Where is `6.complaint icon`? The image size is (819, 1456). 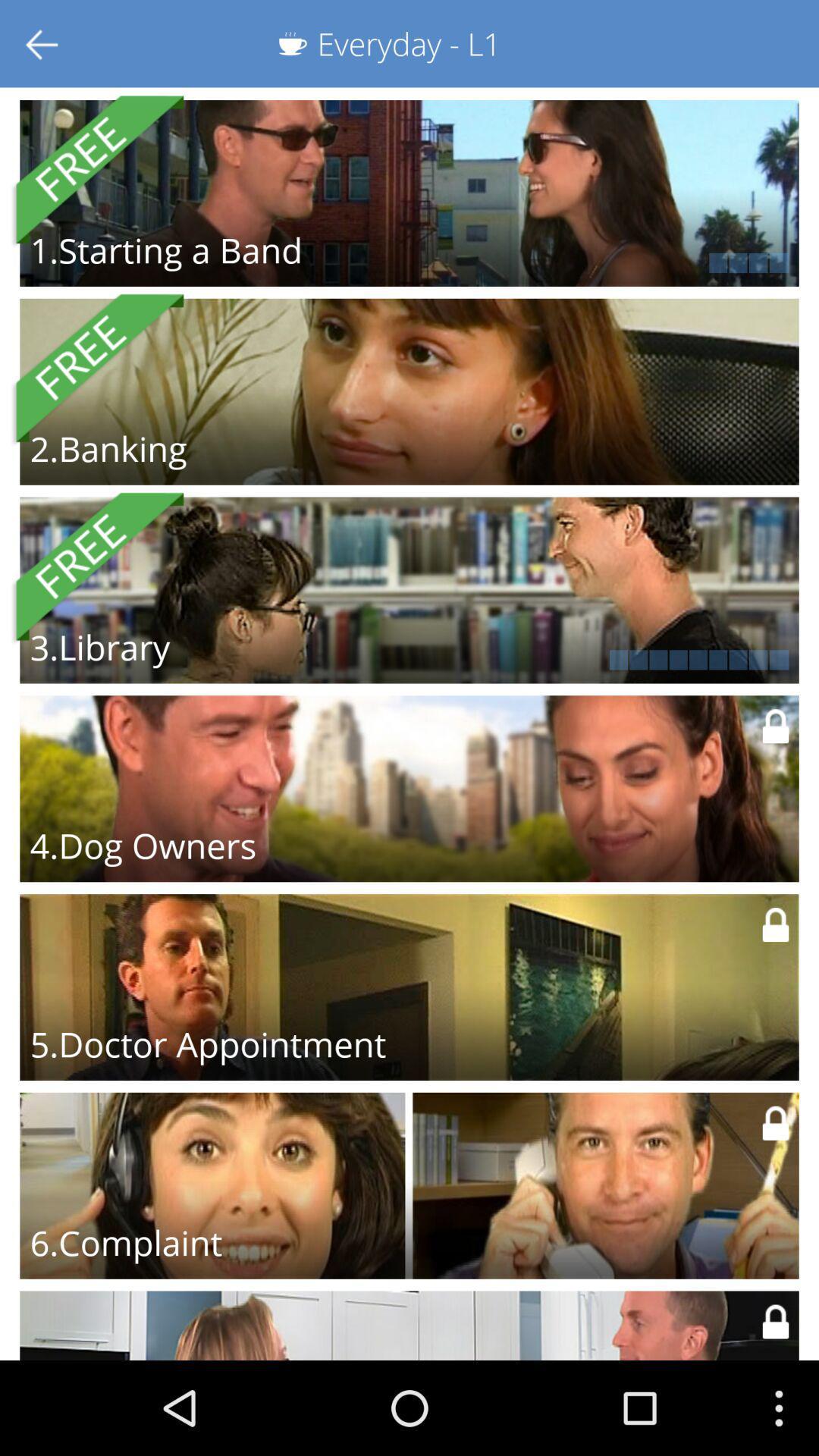
6.complaint icon is located at coordinates (125, 1242).